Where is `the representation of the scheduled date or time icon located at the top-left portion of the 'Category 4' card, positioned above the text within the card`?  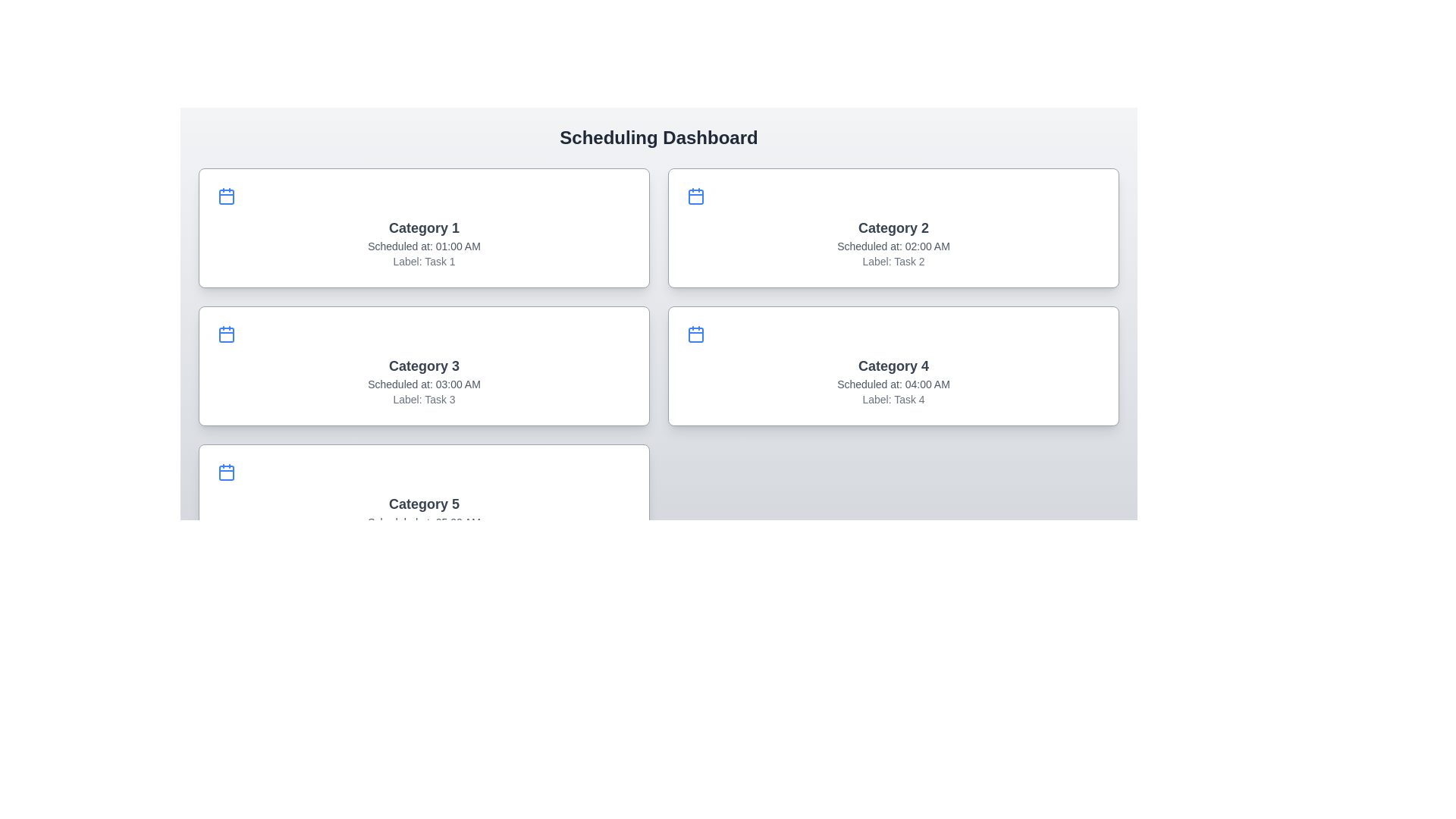
the representation of the scheduled date or time icon located at the top-left portion of the 'Category 4' card, positioned above the text within the card is located at coordinates (695, 333).